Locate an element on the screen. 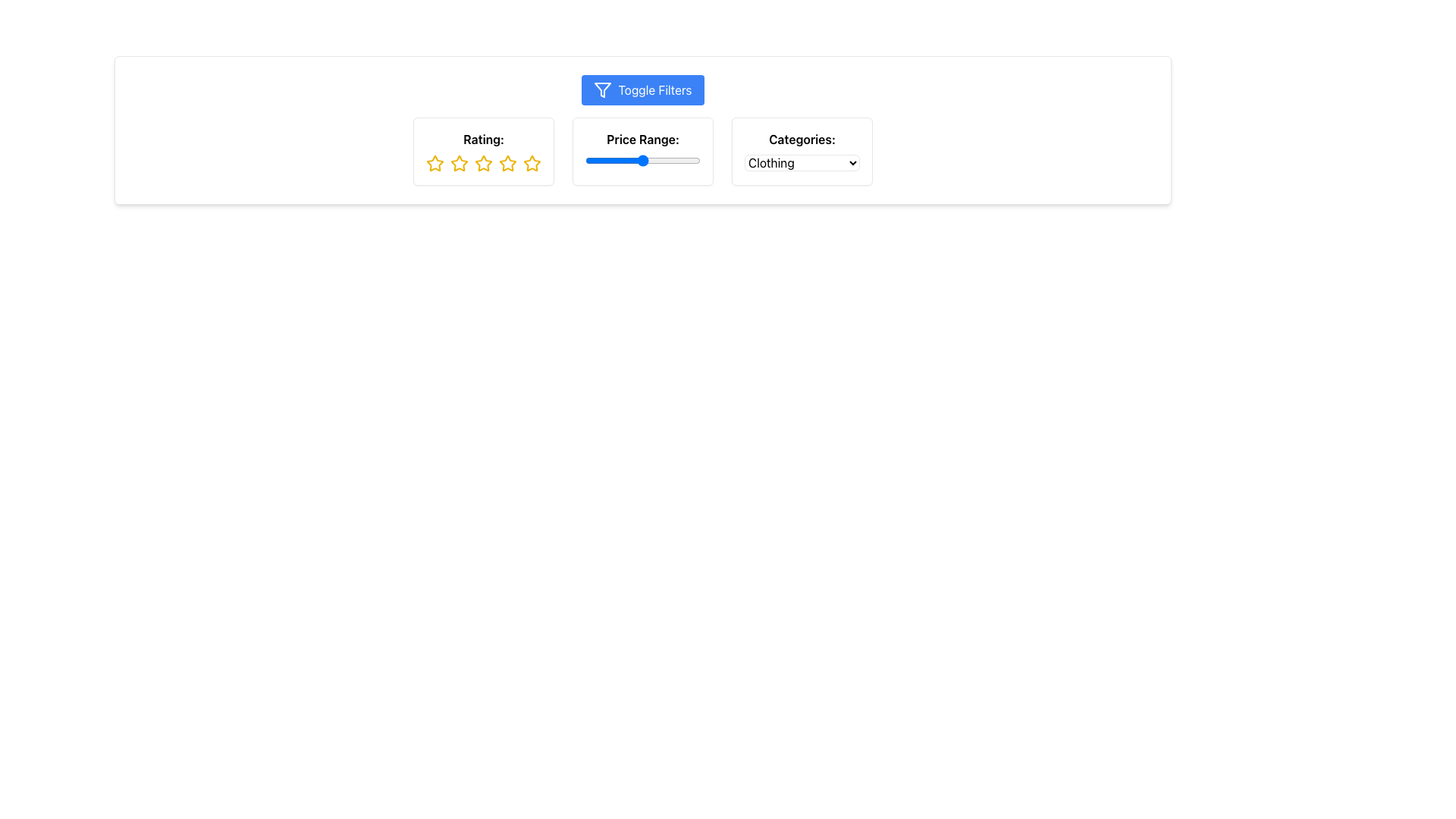  the price range slider is located at coordinates (642, 161).